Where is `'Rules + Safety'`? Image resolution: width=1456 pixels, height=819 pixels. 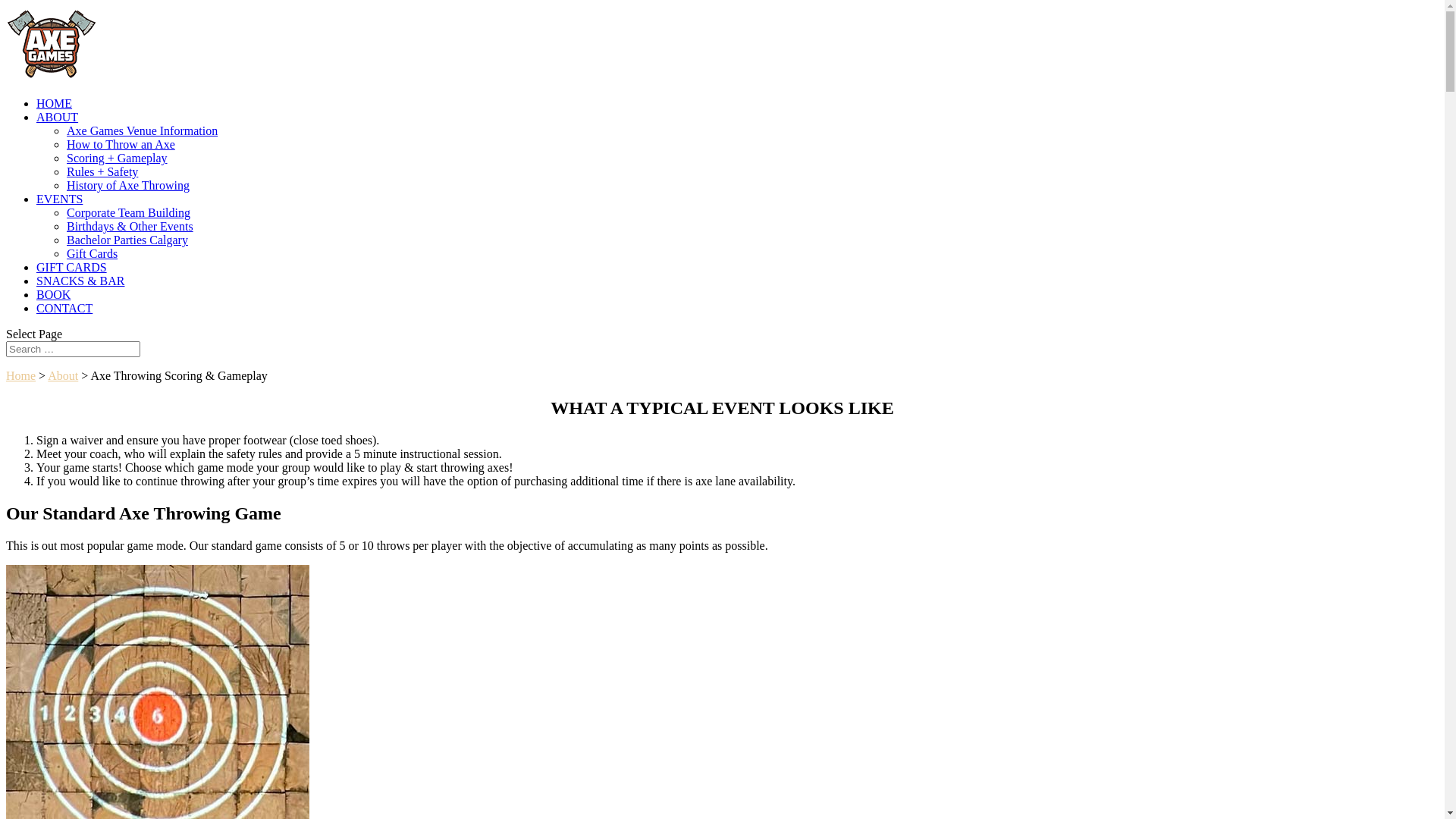 'Rules + Safety' is located at coordinates (101, 171).